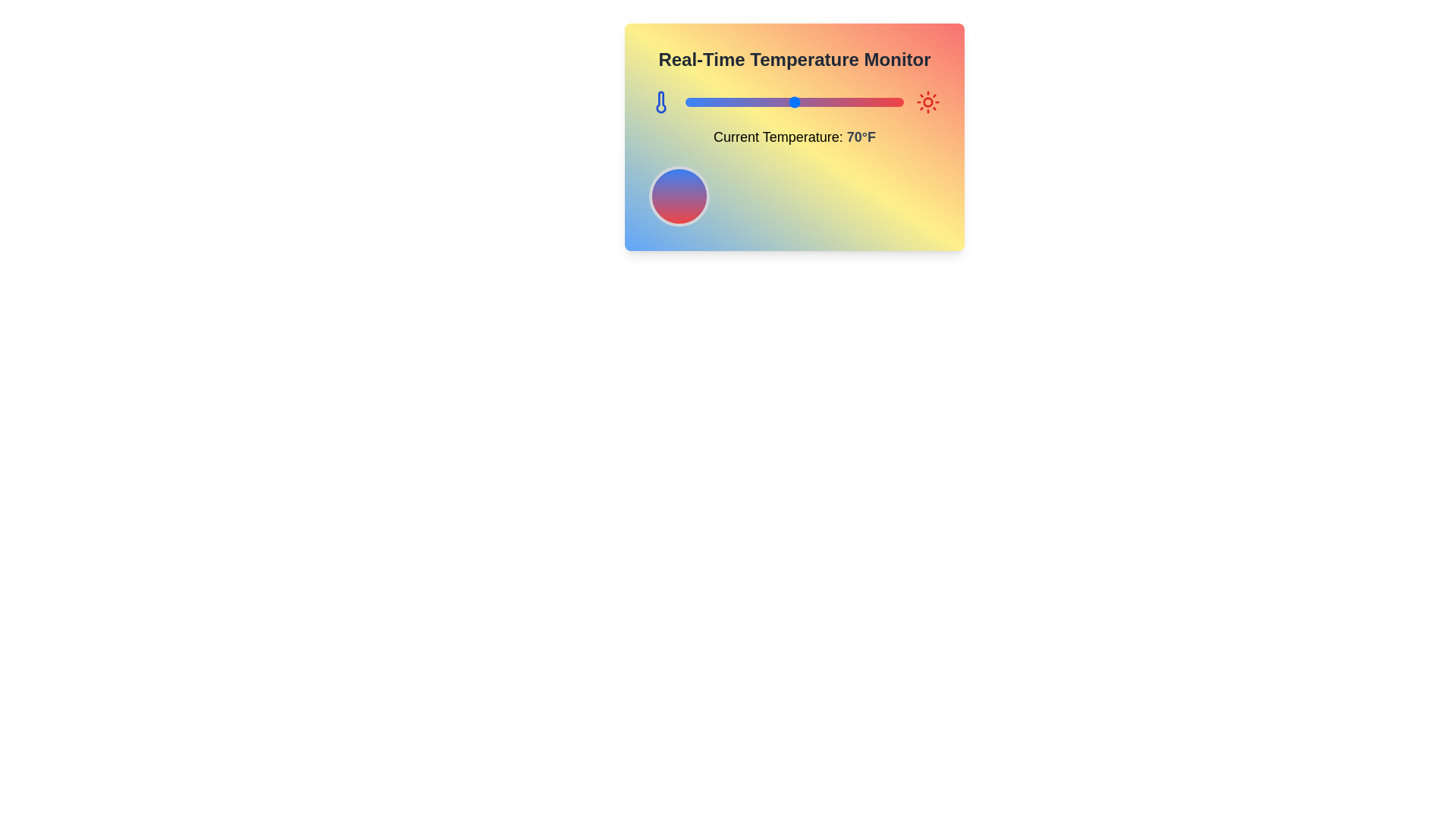 The image size is (1456, 819). I want to click on the temperature slider to set the temperature to 76°F, so click(807, 102).